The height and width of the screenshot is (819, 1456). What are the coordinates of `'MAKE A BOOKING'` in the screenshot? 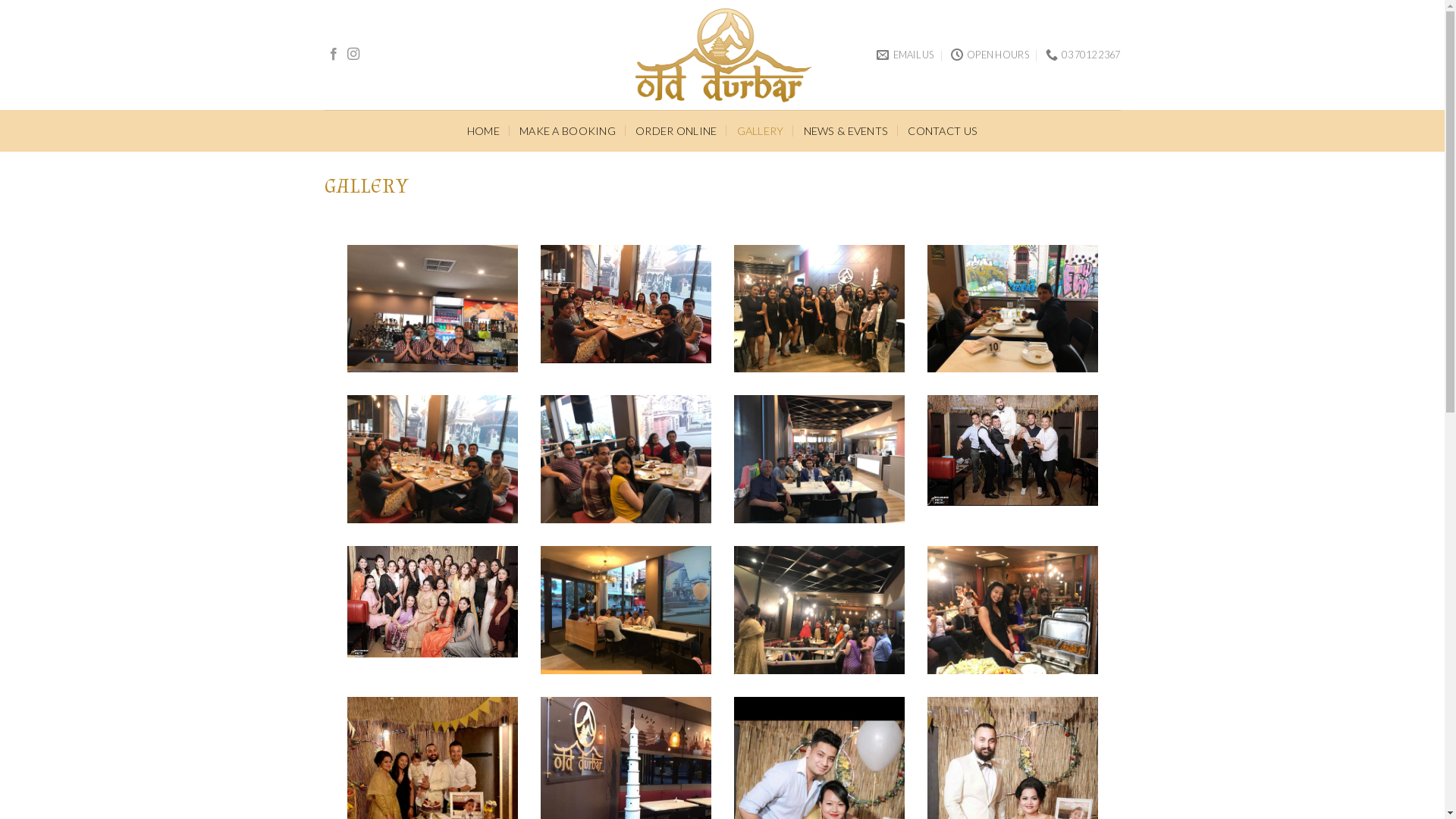 It's located at (519, 130).